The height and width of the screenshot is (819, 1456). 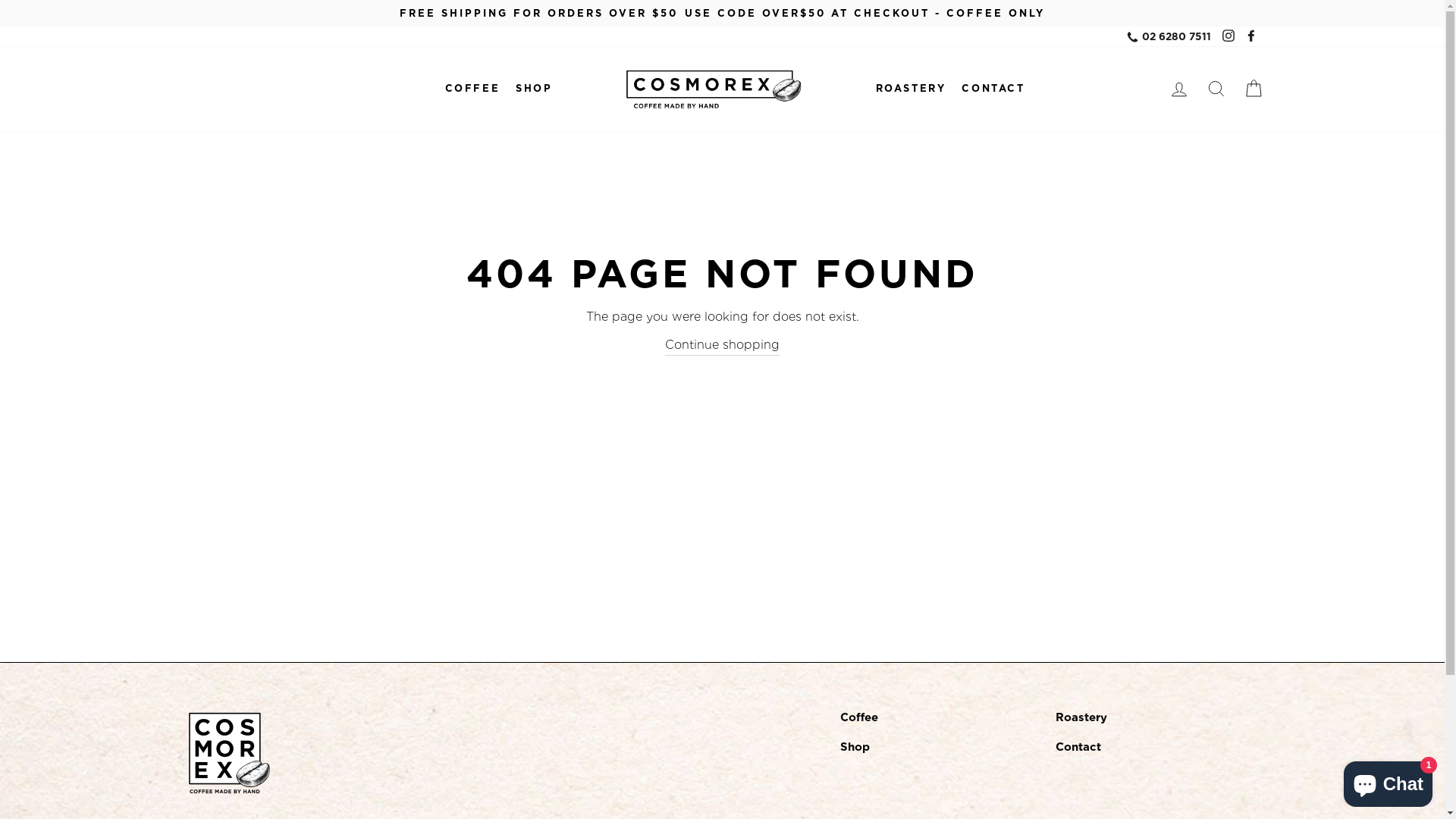 I want to click on 'LOG IN', so click(x=1178, y=89).